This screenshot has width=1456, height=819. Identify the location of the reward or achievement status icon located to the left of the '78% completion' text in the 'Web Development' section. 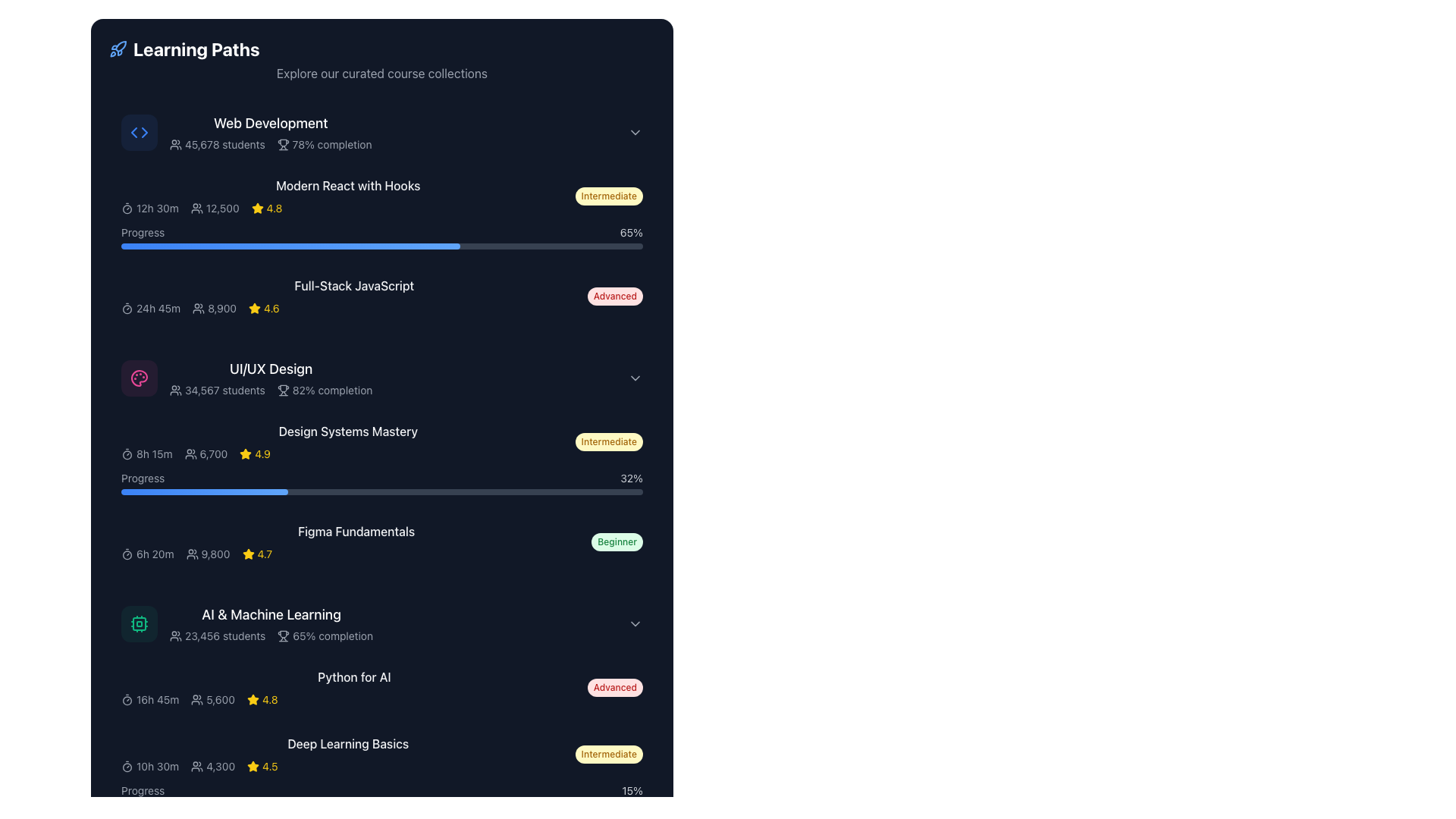
(283, 145).